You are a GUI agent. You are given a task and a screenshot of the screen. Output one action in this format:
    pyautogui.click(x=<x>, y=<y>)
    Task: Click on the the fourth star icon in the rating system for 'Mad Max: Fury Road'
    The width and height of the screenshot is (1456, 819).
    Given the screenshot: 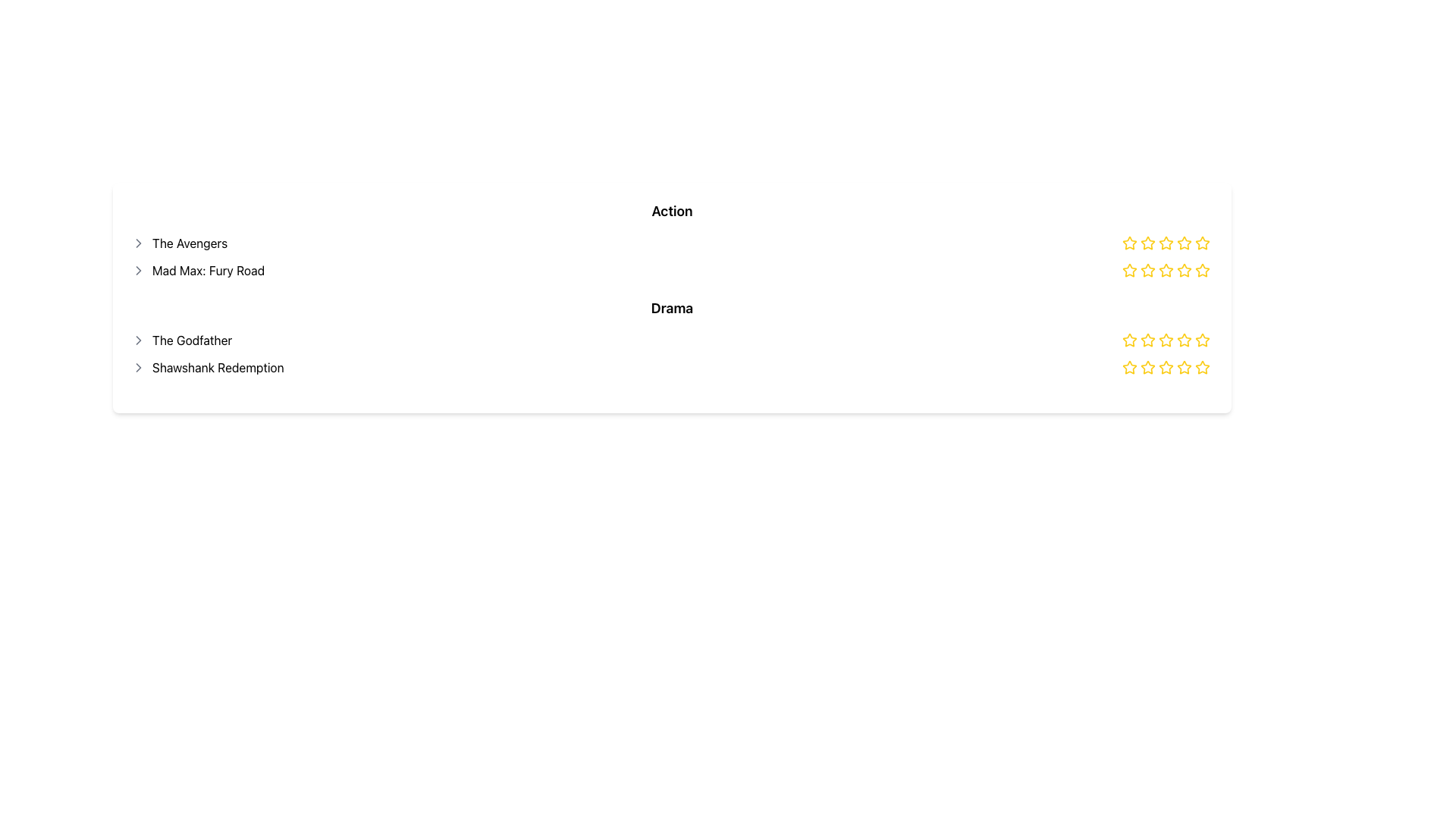 What is the action you would take?
    pyautogui.click(x=1201, y=270)
    